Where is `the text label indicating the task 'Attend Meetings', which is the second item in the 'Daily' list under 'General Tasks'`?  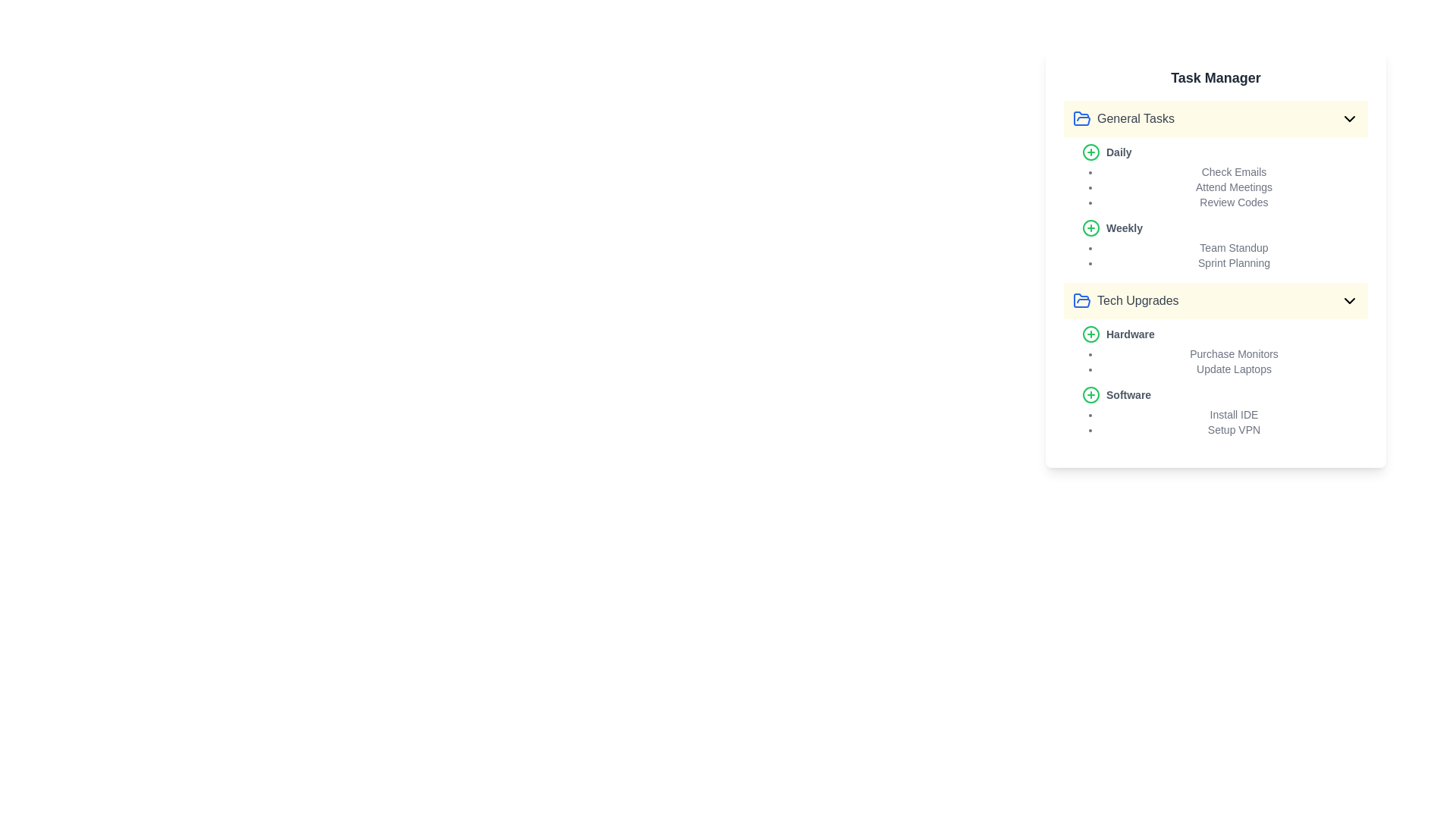 the text label indicating the task 'Attend Meetings', which is the second item in the 'Daily' list under 'General Tasks' is located at coordinates (1234, 186).